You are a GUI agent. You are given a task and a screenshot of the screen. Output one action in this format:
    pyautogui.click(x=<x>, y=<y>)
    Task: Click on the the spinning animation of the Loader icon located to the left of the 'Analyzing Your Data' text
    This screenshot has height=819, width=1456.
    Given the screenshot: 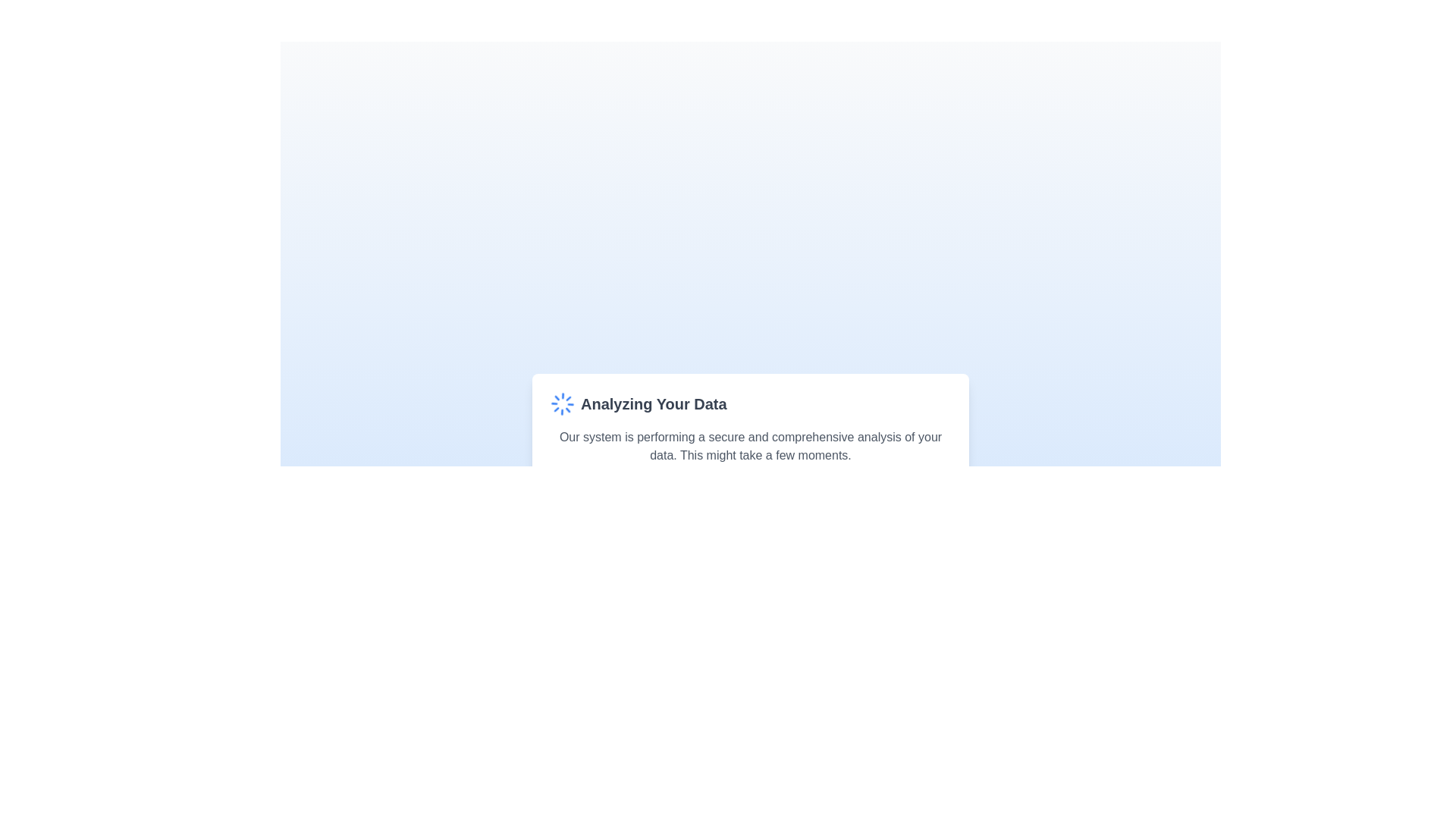 What is the action you would take?
    pyautogui.click(x=562, y=403)
    